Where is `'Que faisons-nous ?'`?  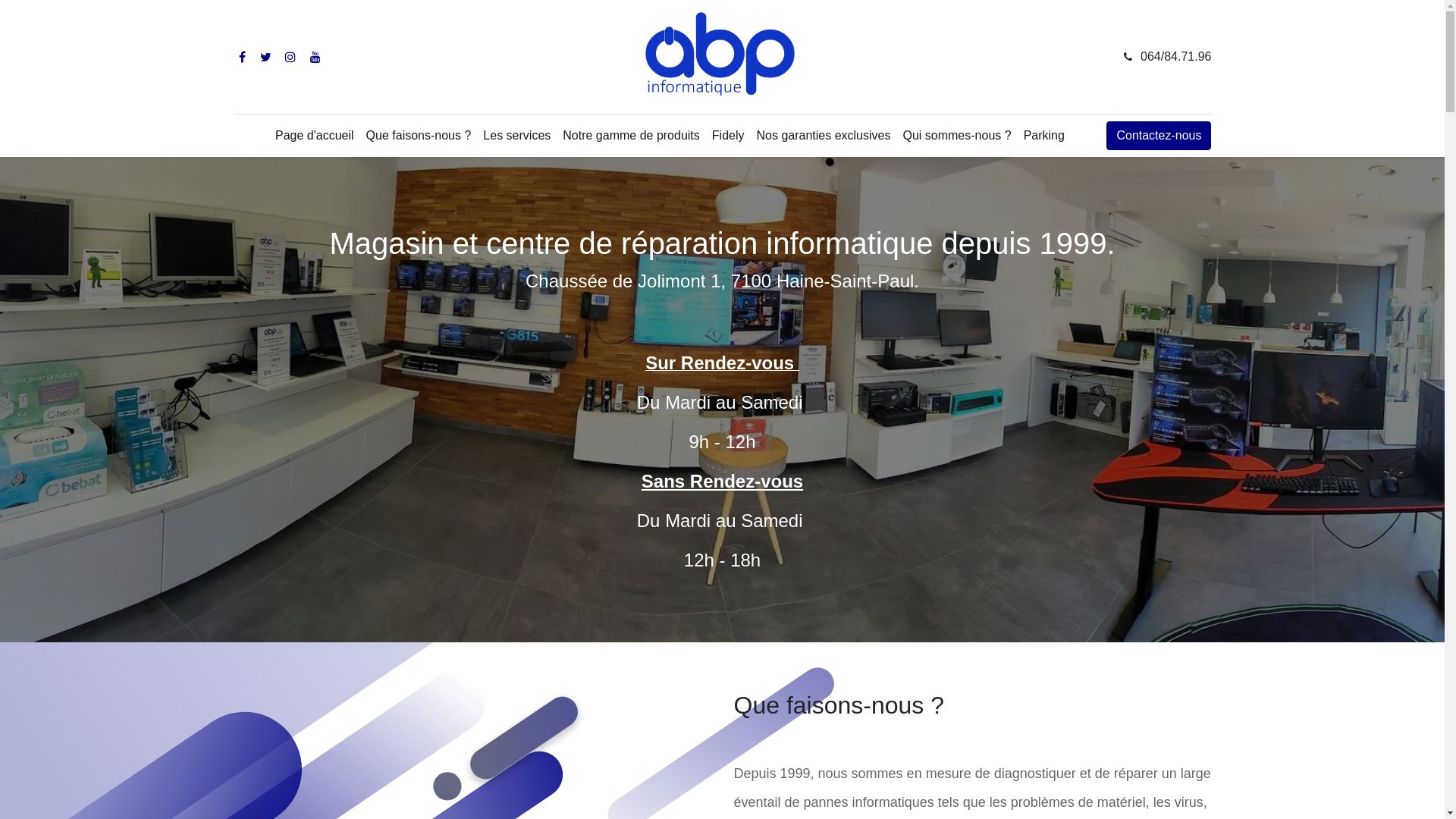 'Que faisons-nous ?' is located at coordinates (419, 134).